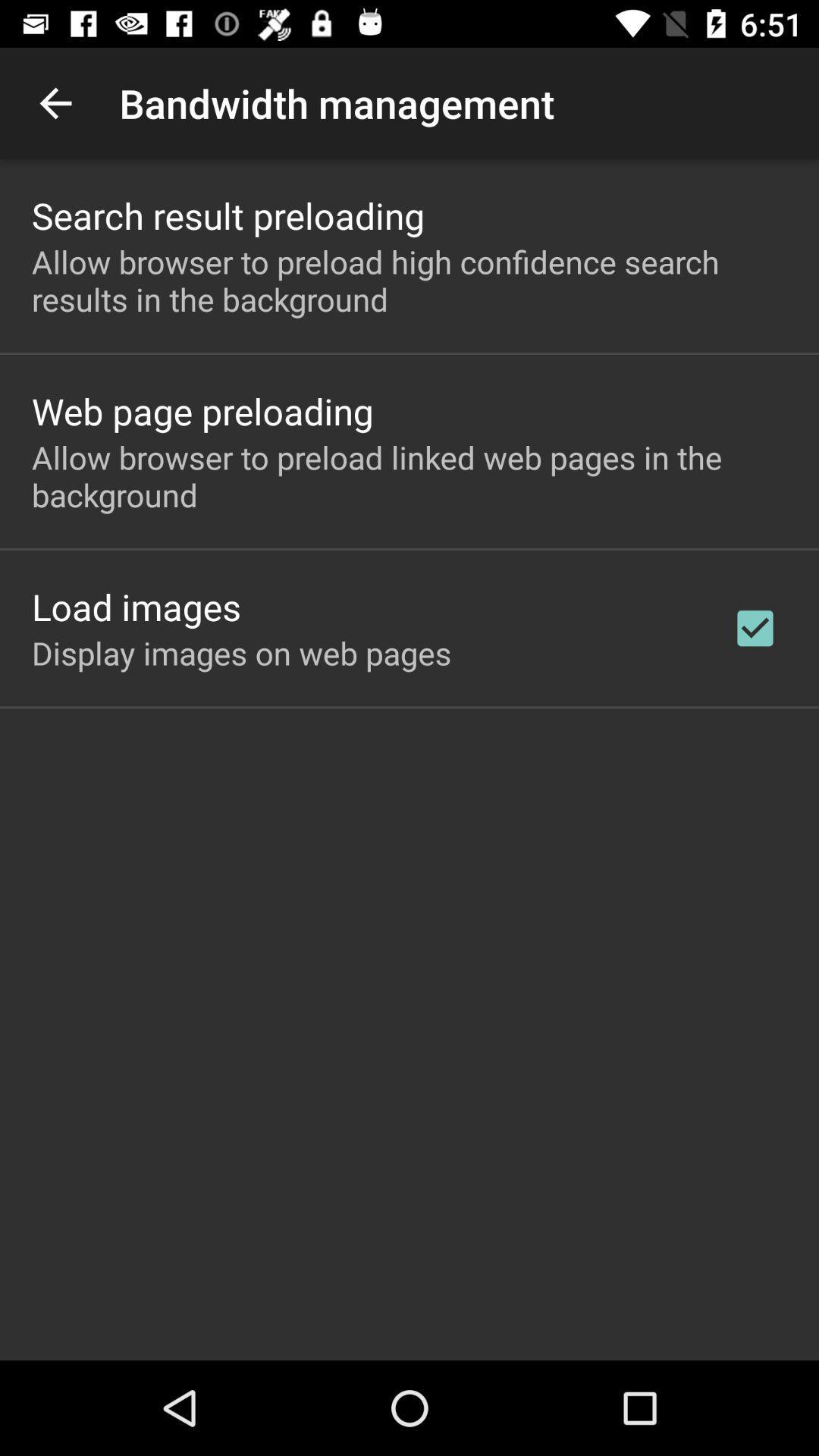 This screenshot has width=819, height=1456. Describe the element at coordinates (240, 652) in the screenshot. I see `icon below the load images` at that location.